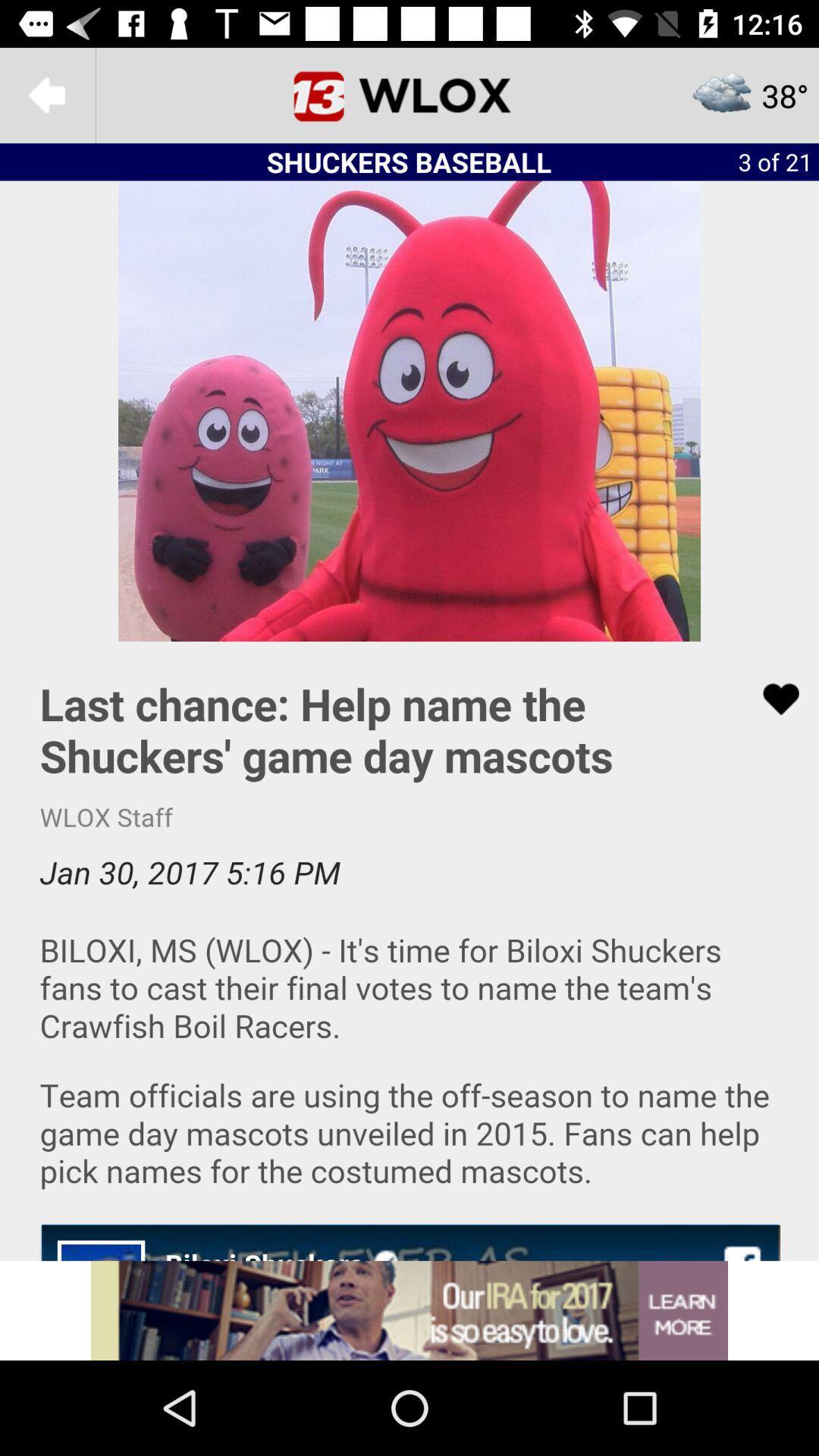 The width and height of the screenshot is (819, 1456). What do you see at coordinates (409, 950) in the screenshot?
I see `read article` at bounding box center [409, 950].